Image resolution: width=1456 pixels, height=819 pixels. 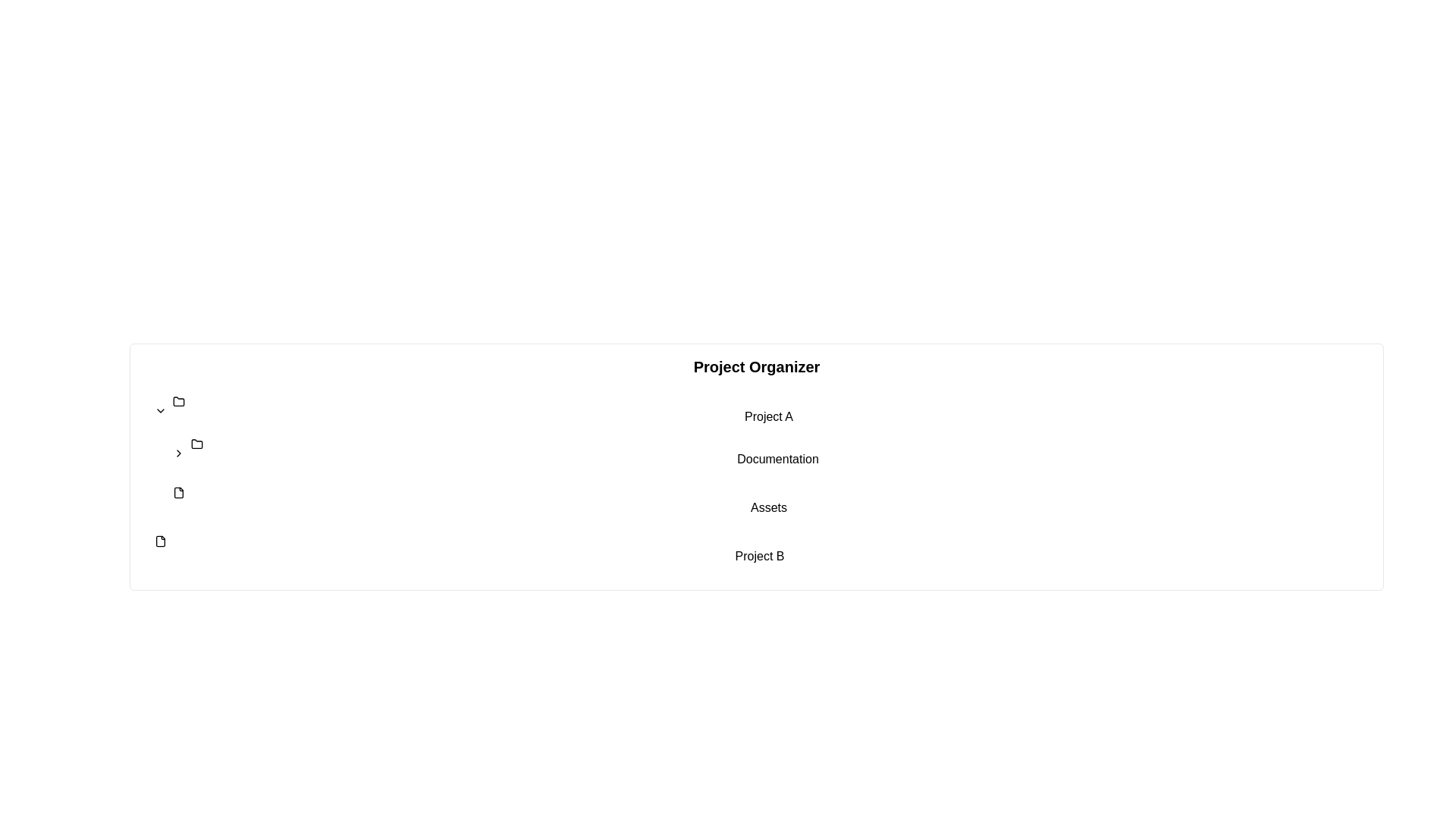 I want to click on the 'Assets' text label within the 'Documentation Assets' section, so click(x=768, y=502).